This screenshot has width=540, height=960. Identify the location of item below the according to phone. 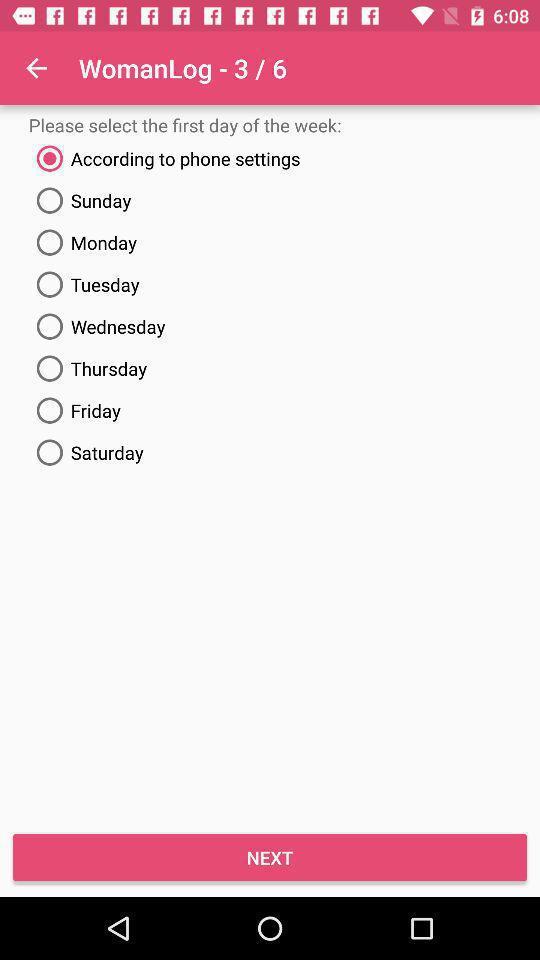
(270, 200).